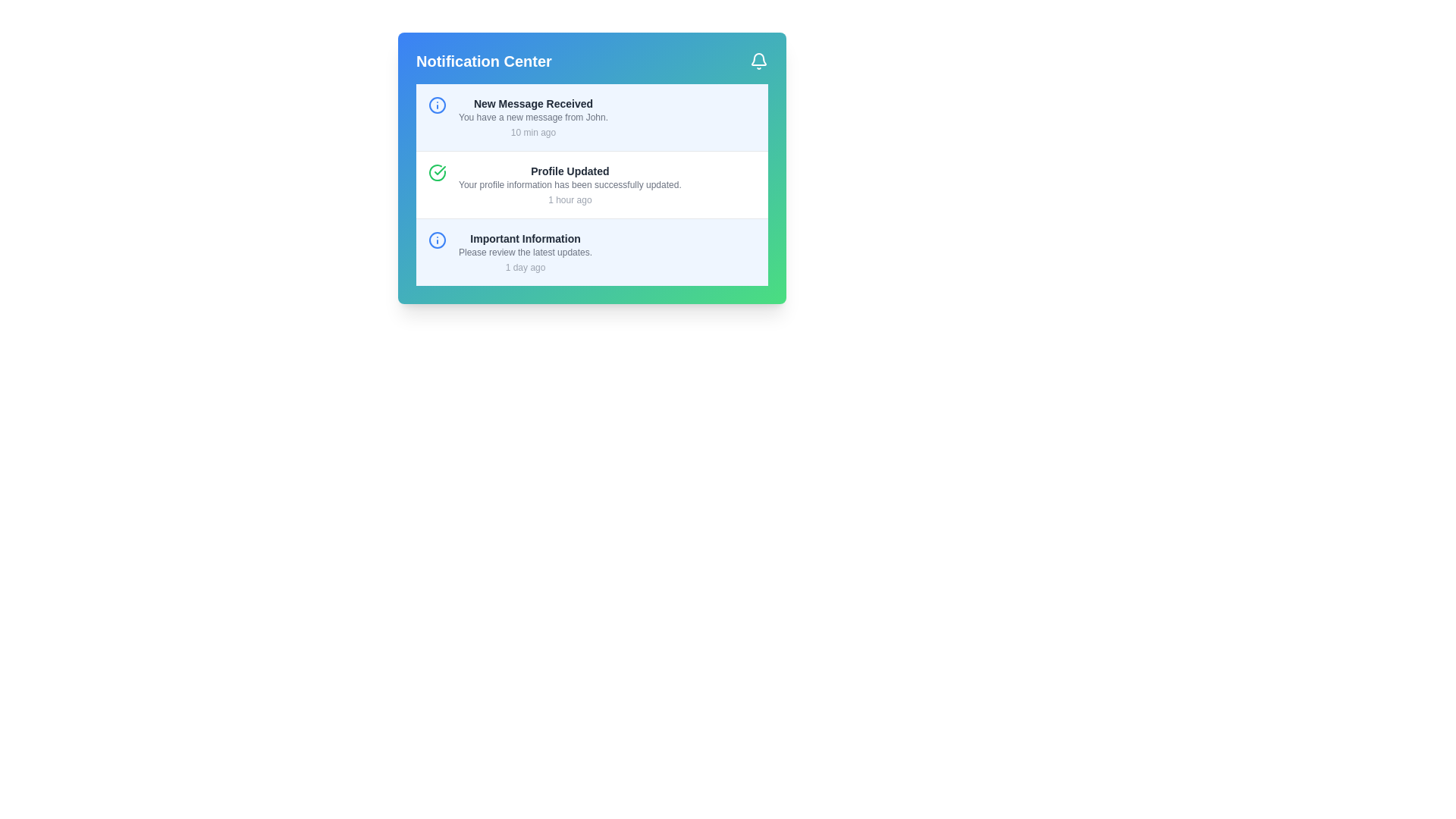 The width and height of the screenshot is (1456, 819). What do you see at coordinates (436, 104) in the screenshot?
I see `the circular 'info' icon with a blue border located to the left of the 'New Message Received' notification in the notification center panel` at bounding box center [436, 104].